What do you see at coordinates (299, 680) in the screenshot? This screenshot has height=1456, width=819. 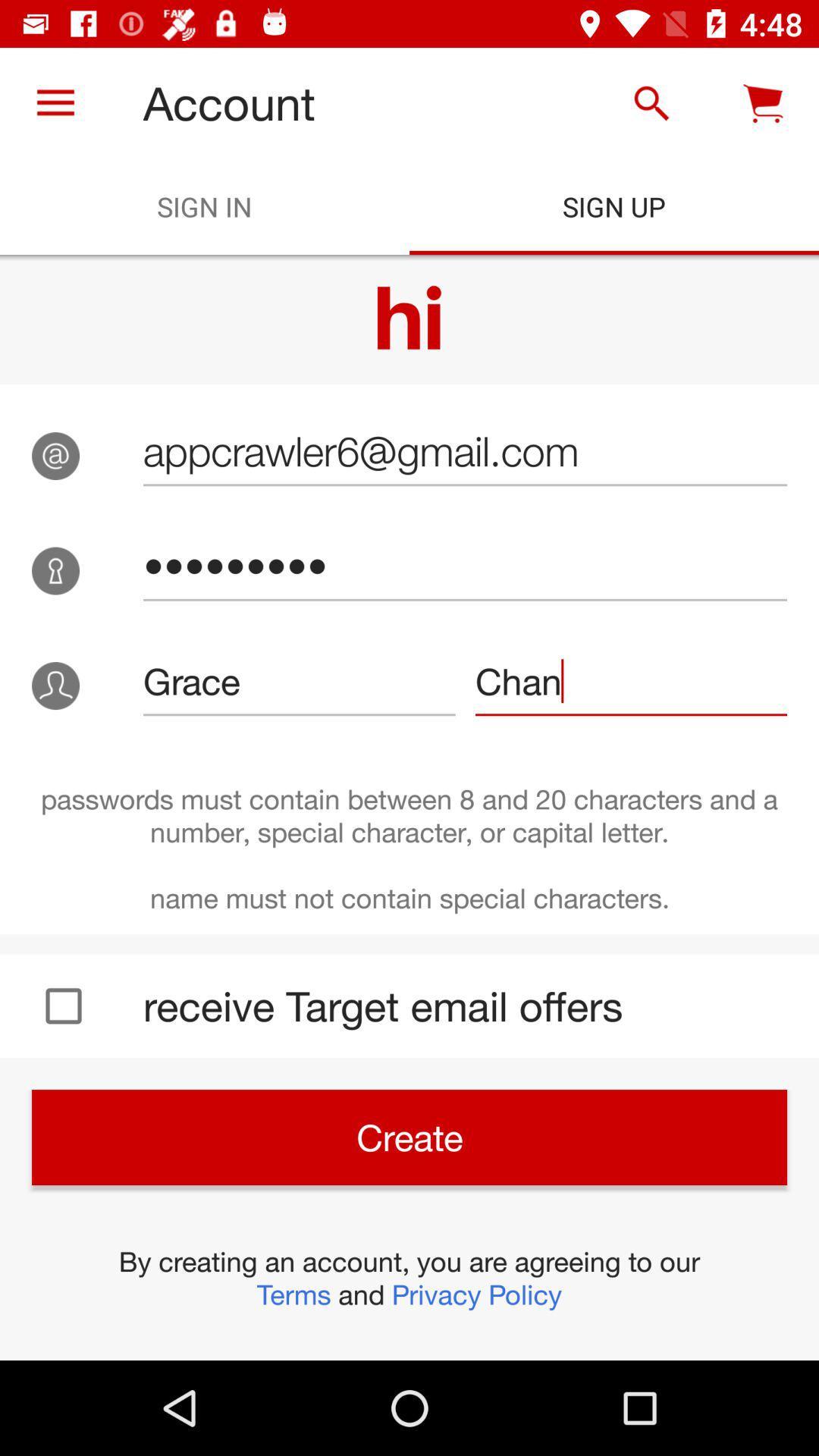 I see `the grace item` at bounding box center [299, 680].